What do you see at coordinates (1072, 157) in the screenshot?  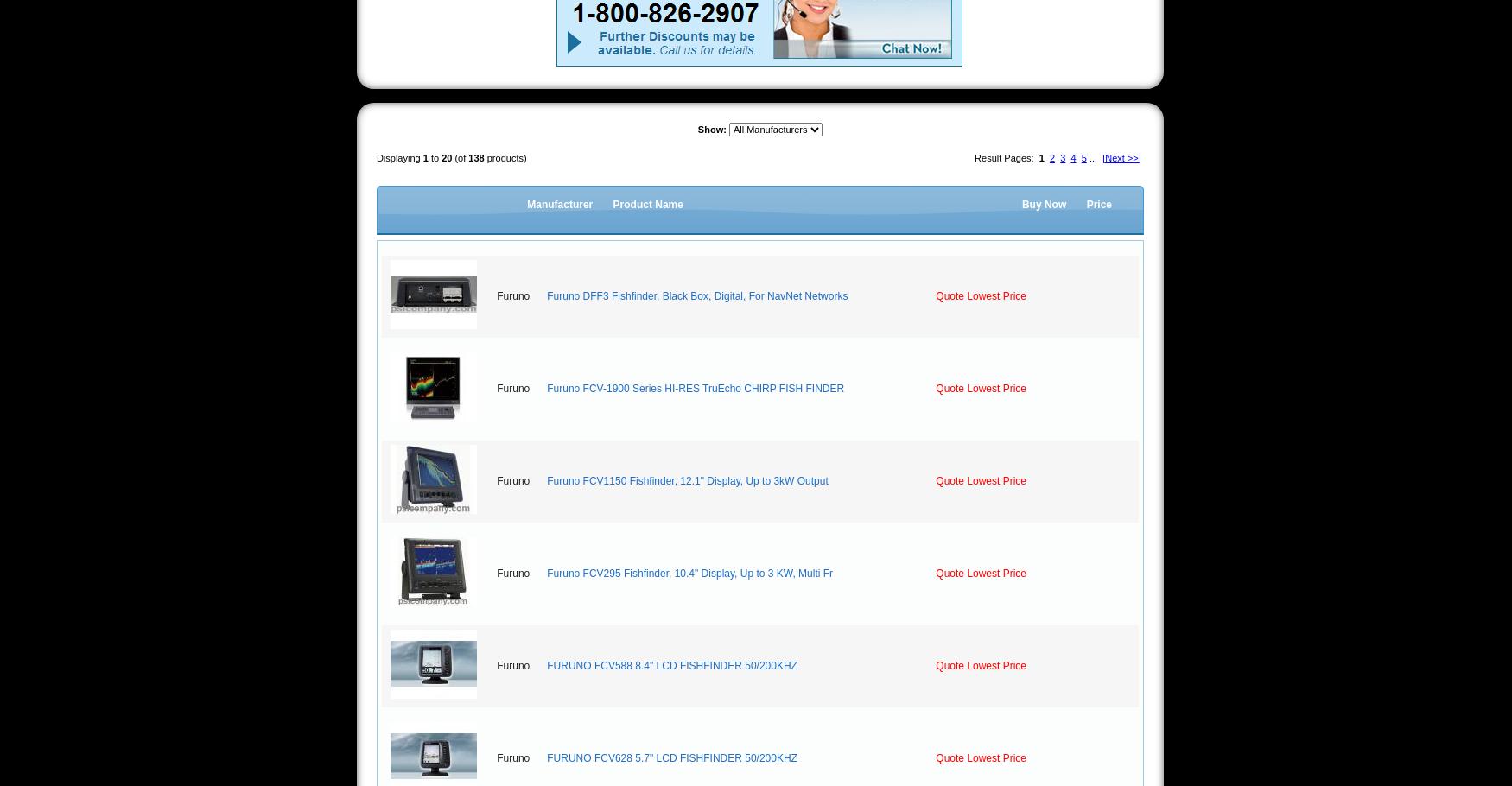 I see `'4'` at bounding box center [1072, 157].